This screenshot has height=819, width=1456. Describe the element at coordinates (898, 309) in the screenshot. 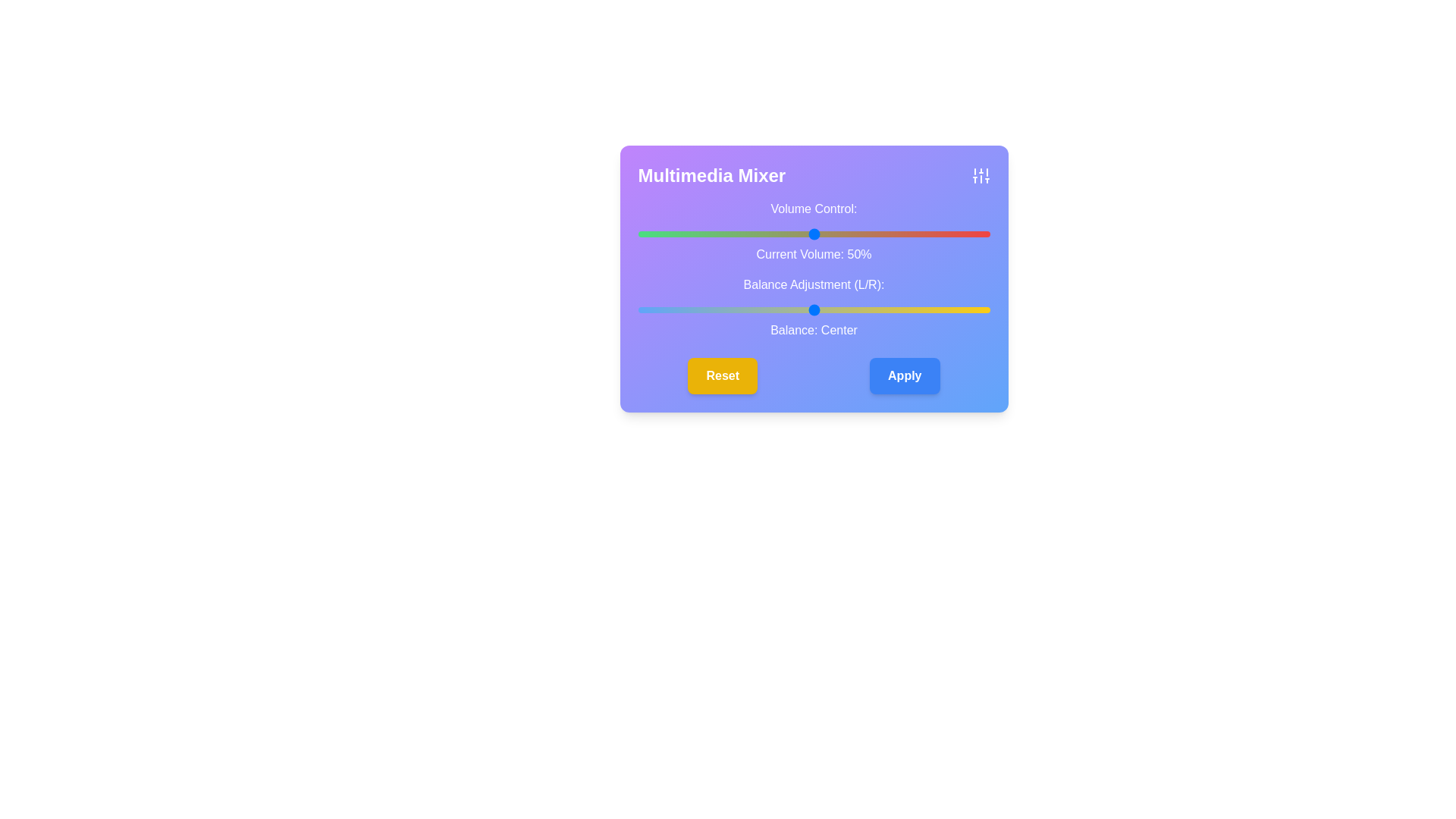

I see `the balance slider to set the audio balance to 24` at that location.